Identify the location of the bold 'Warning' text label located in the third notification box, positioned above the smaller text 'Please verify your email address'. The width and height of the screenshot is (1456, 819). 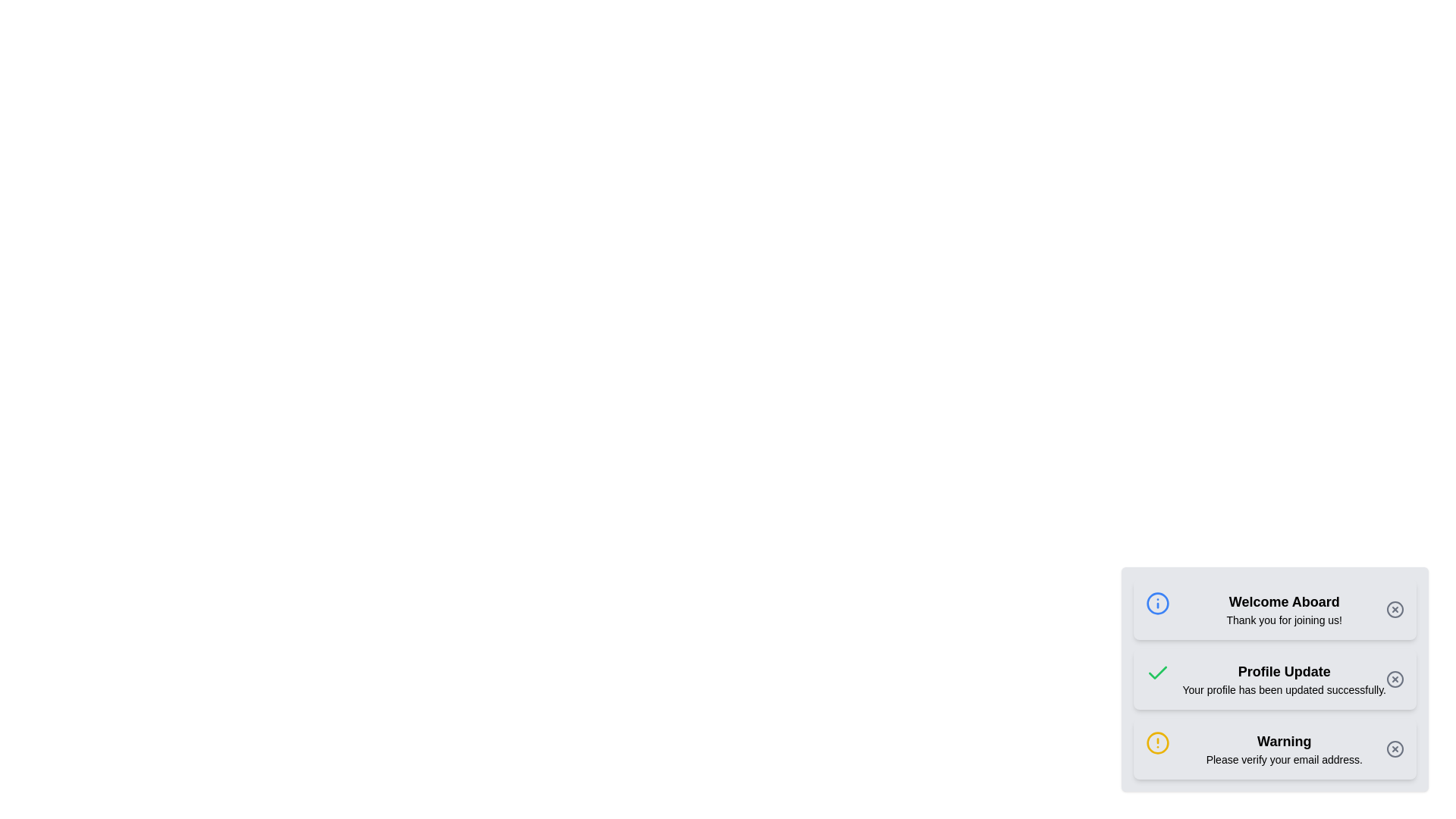
(1283, 741).